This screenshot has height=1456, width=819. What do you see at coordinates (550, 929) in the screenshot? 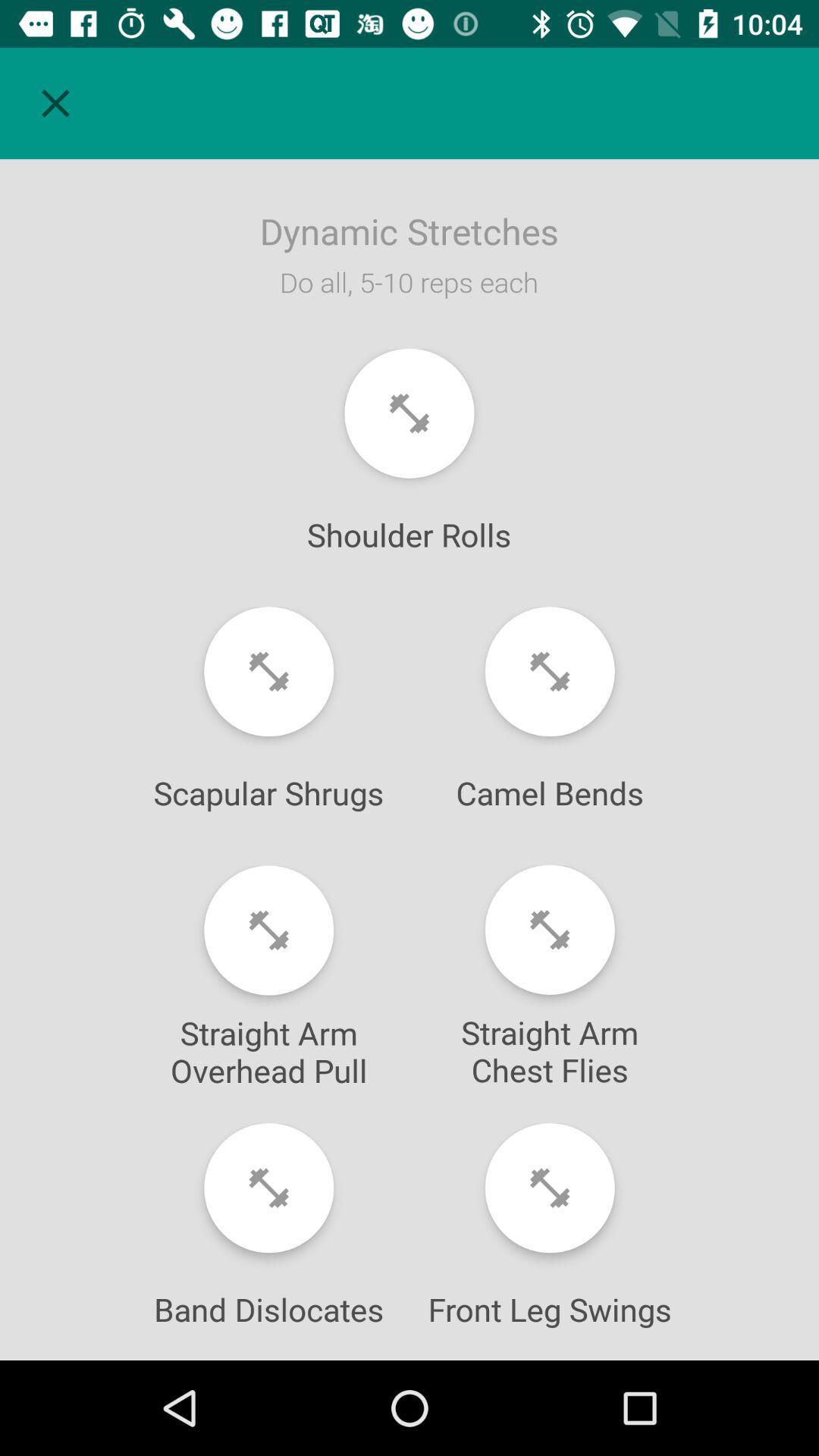
I see `number of sets for this exercise` at bounding box center [550, 929].